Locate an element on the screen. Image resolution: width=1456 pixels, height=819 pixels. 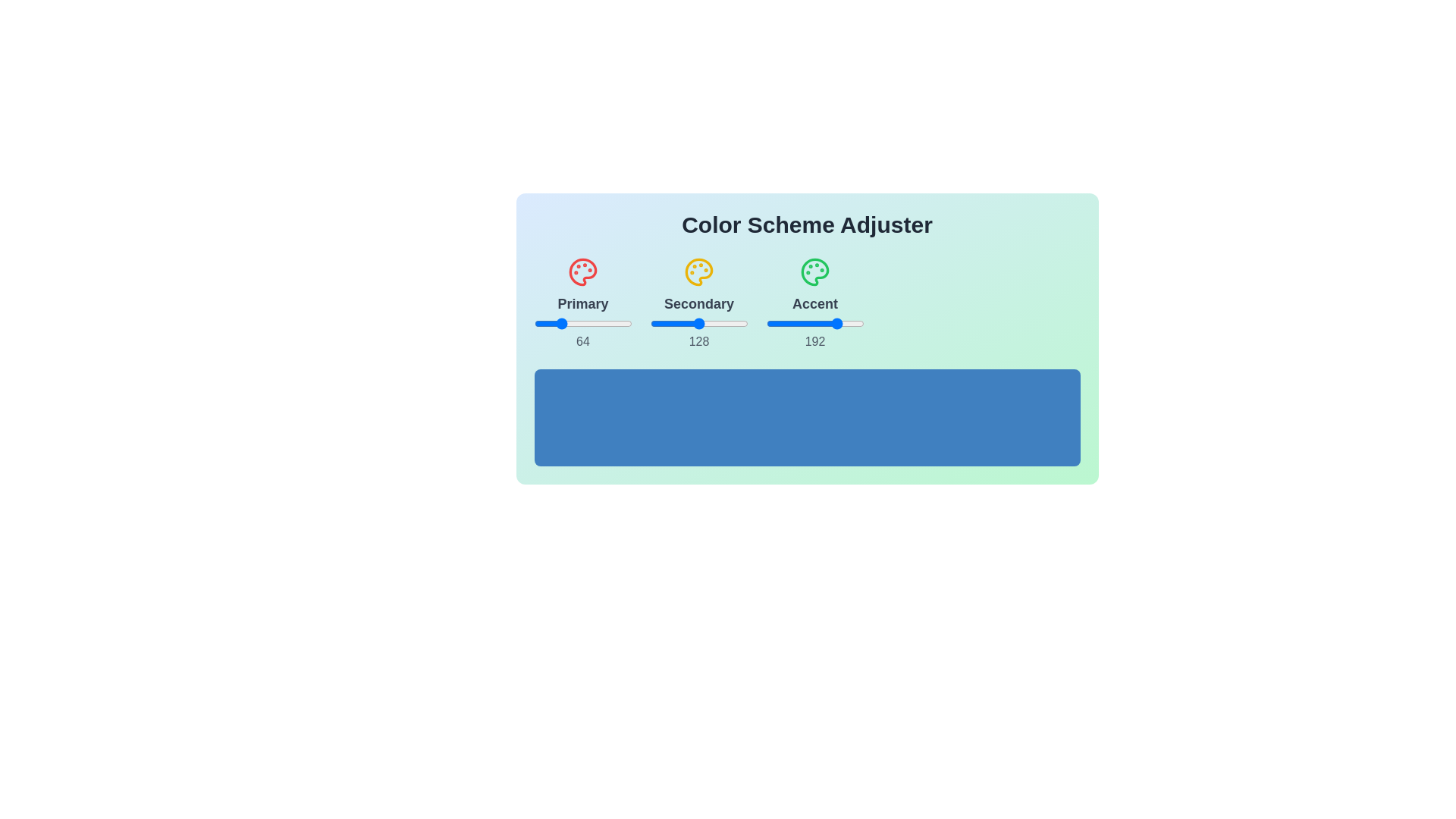
the 0 slider to 223 is located at coordinates (667, 323).